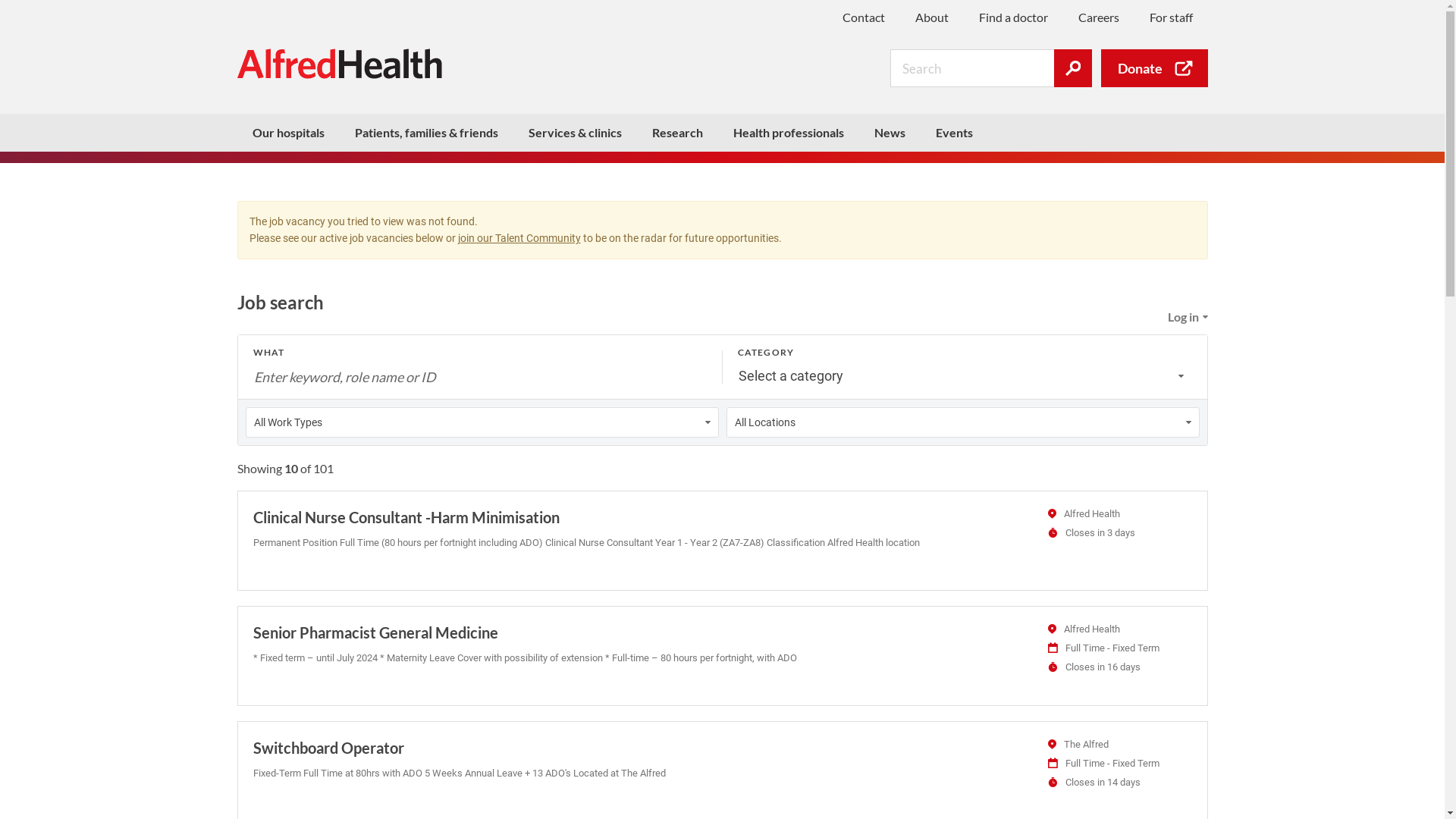 This screenshot has height=819, width=1456. What do you see at coordinates (862, 17) in the screenshot?
I see `'Contact'` at bounding box center [862, 17].